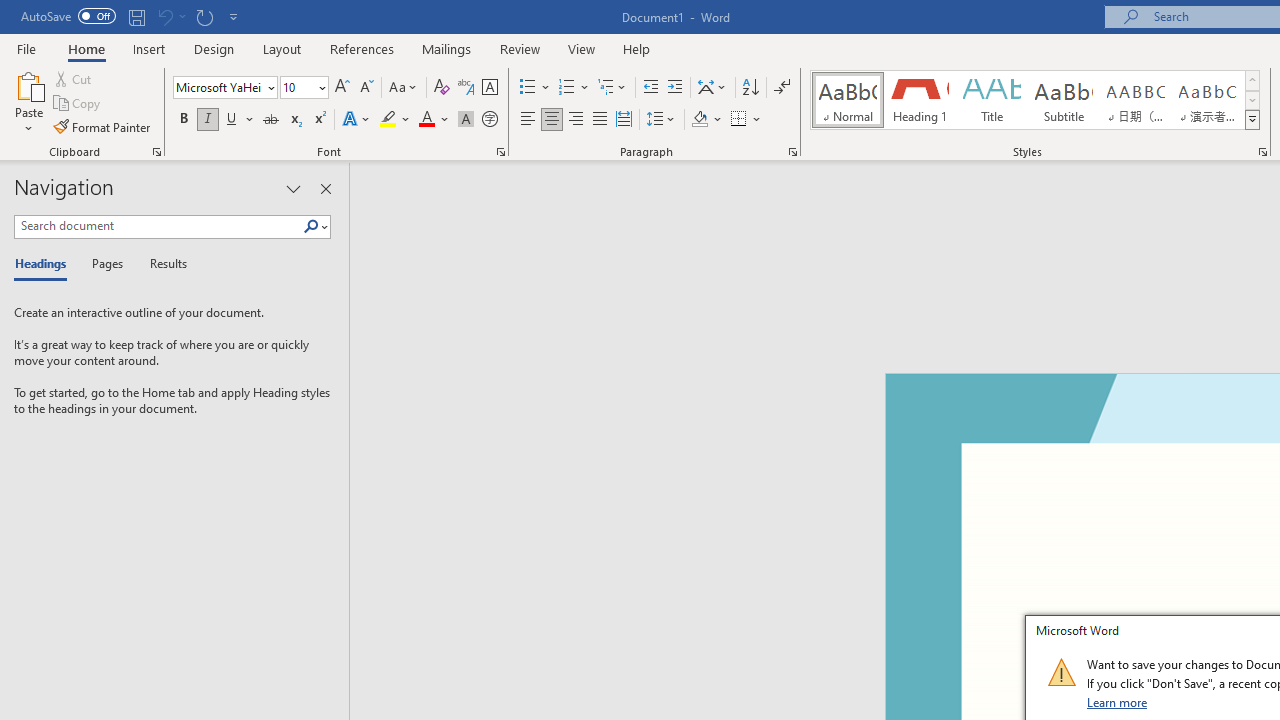 This screenshot has width=1280, height=720. What do you see at coordinates (781, 86) in the screenshot?
I see `'Show/Hide Editing Marks'` at bounding box center [781, 86].